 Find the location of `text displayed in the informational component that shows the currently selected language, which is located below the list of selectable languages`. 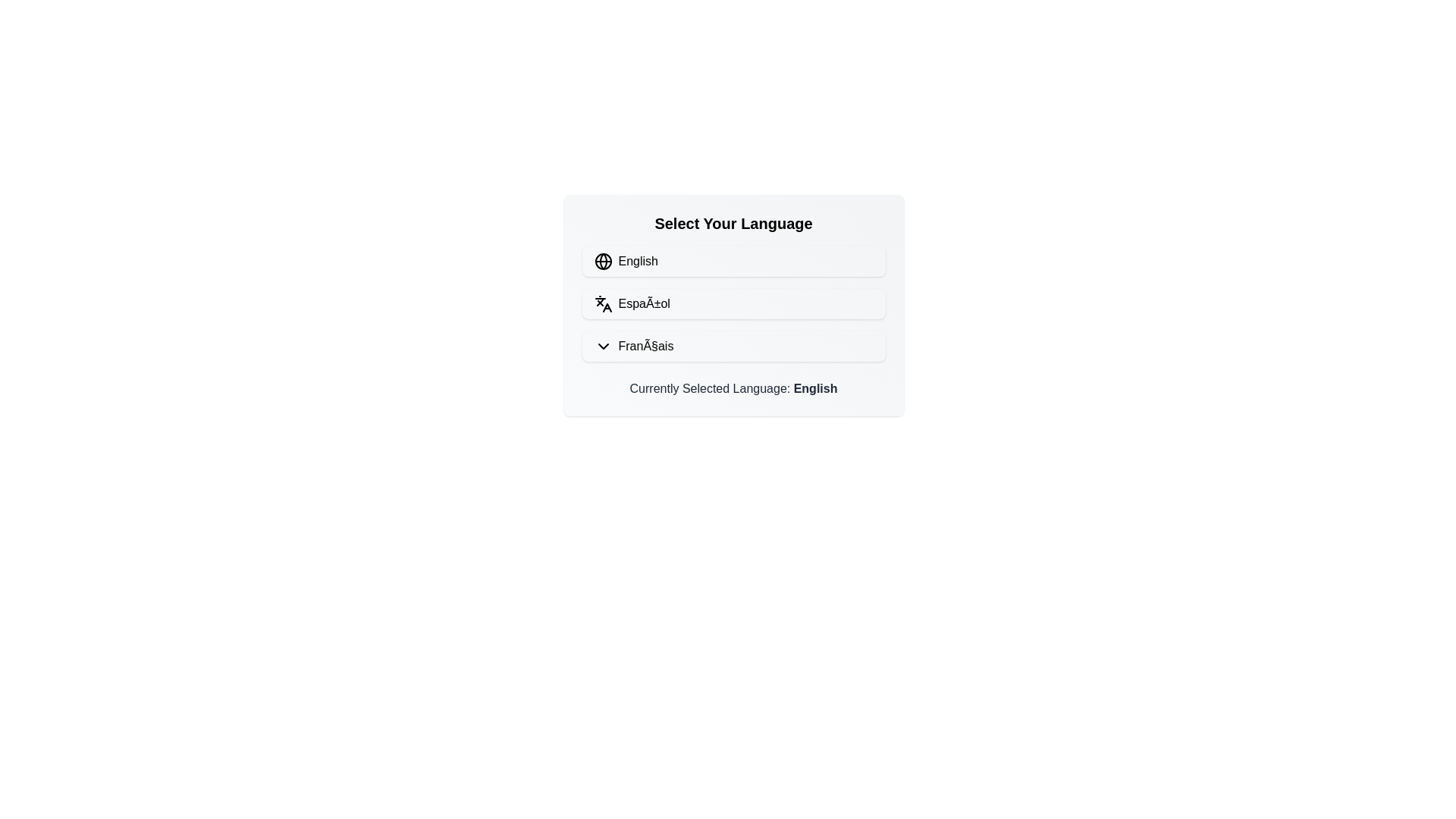

text displayed in the informational component that shows the currently selected language, which is located below the list of selectable languages is located at coordinates (733, 388).